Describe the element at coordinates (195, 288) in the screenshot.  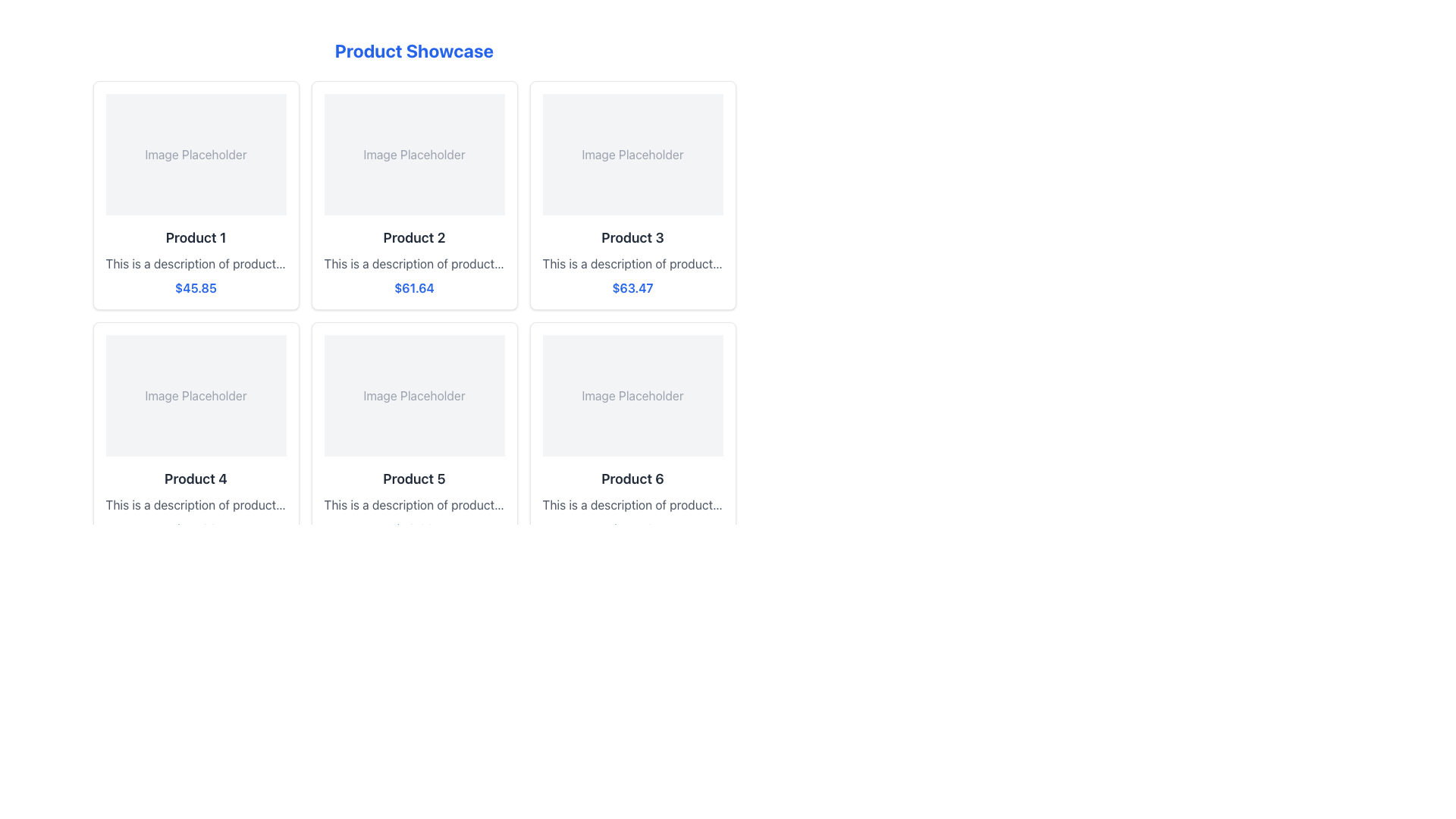
I see `the price display static text for 'Product 1,' located at the bottom section of its product card, centered horizontally above the card's border` at that location.